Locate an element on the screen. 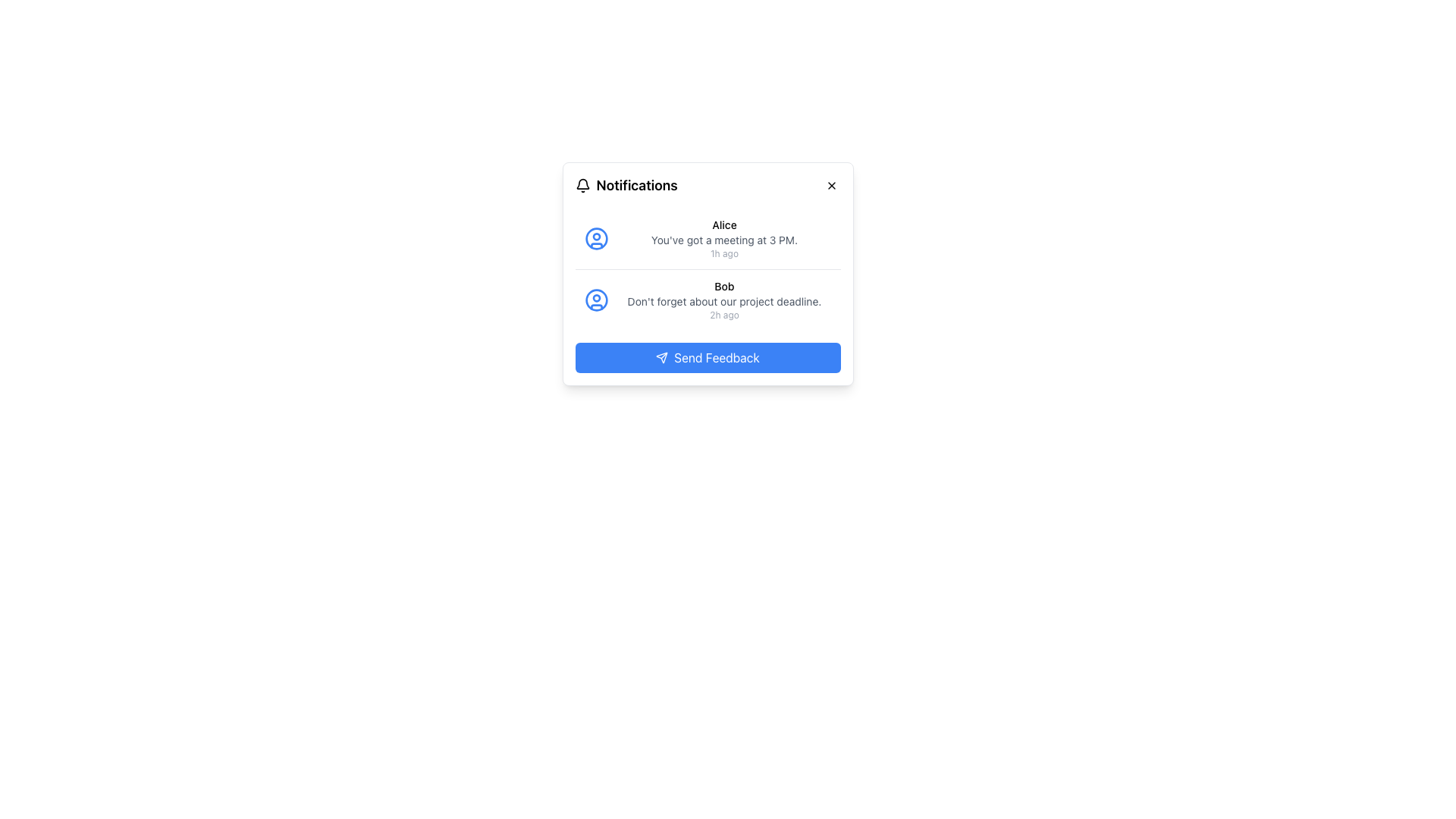 The height and width of the screenshot is (819, 1456). the close button located at the top-right corner of the notification panel is located at coordinates (830, 185).